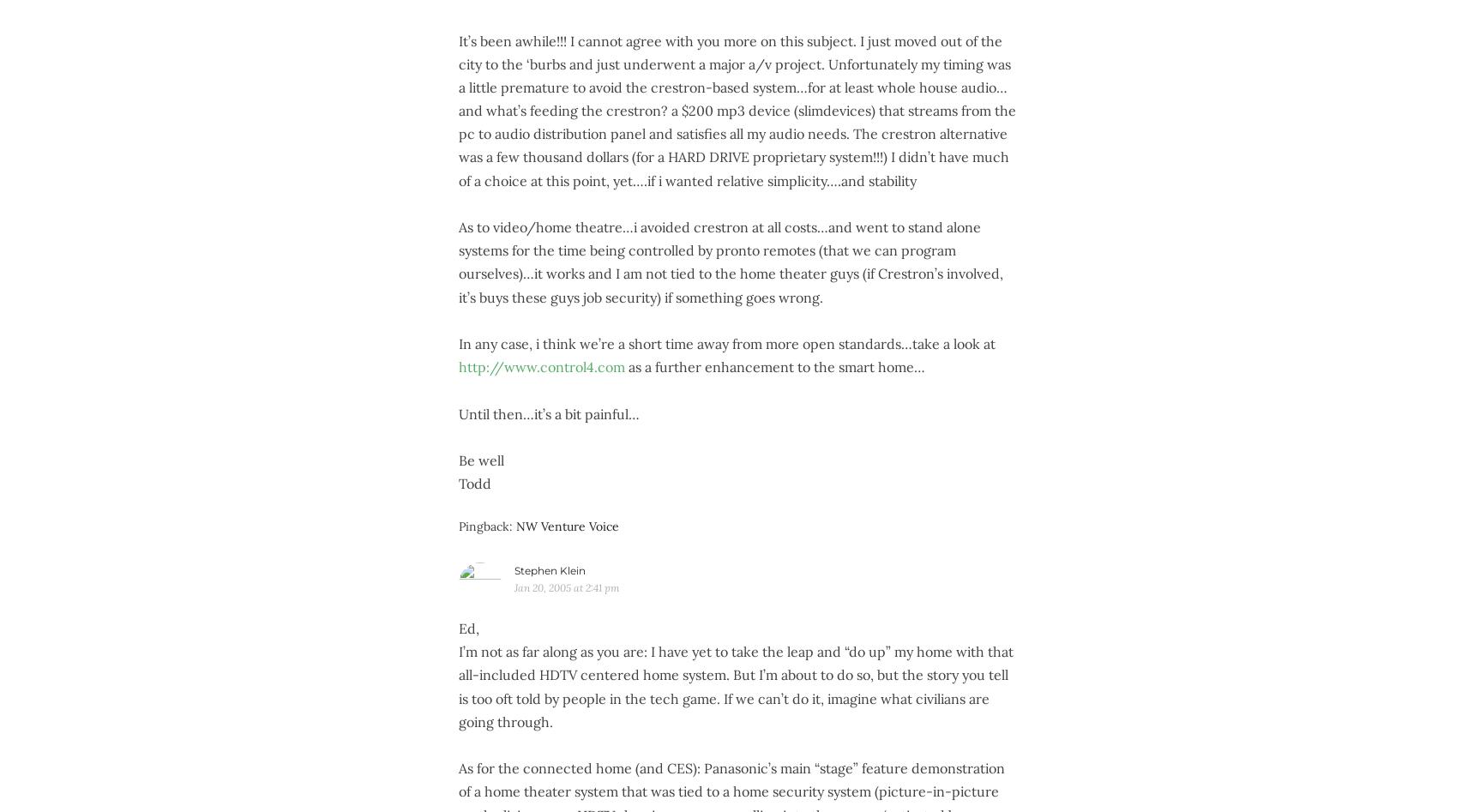 The height and width of the screenshot is (812, 1474). Describe the element at coordinates (729, 261) in the screenshot. I see `'As to video/home theatre…i avoided crestron at all costs…and went to stand alone systems for the time being controlled by pronto remotes (that we can program ourselves)…it works and I am not tied to the home theater guys (if Crestron’s involved, it’s buys these guys job security) if something goes wrong.'` at that location.